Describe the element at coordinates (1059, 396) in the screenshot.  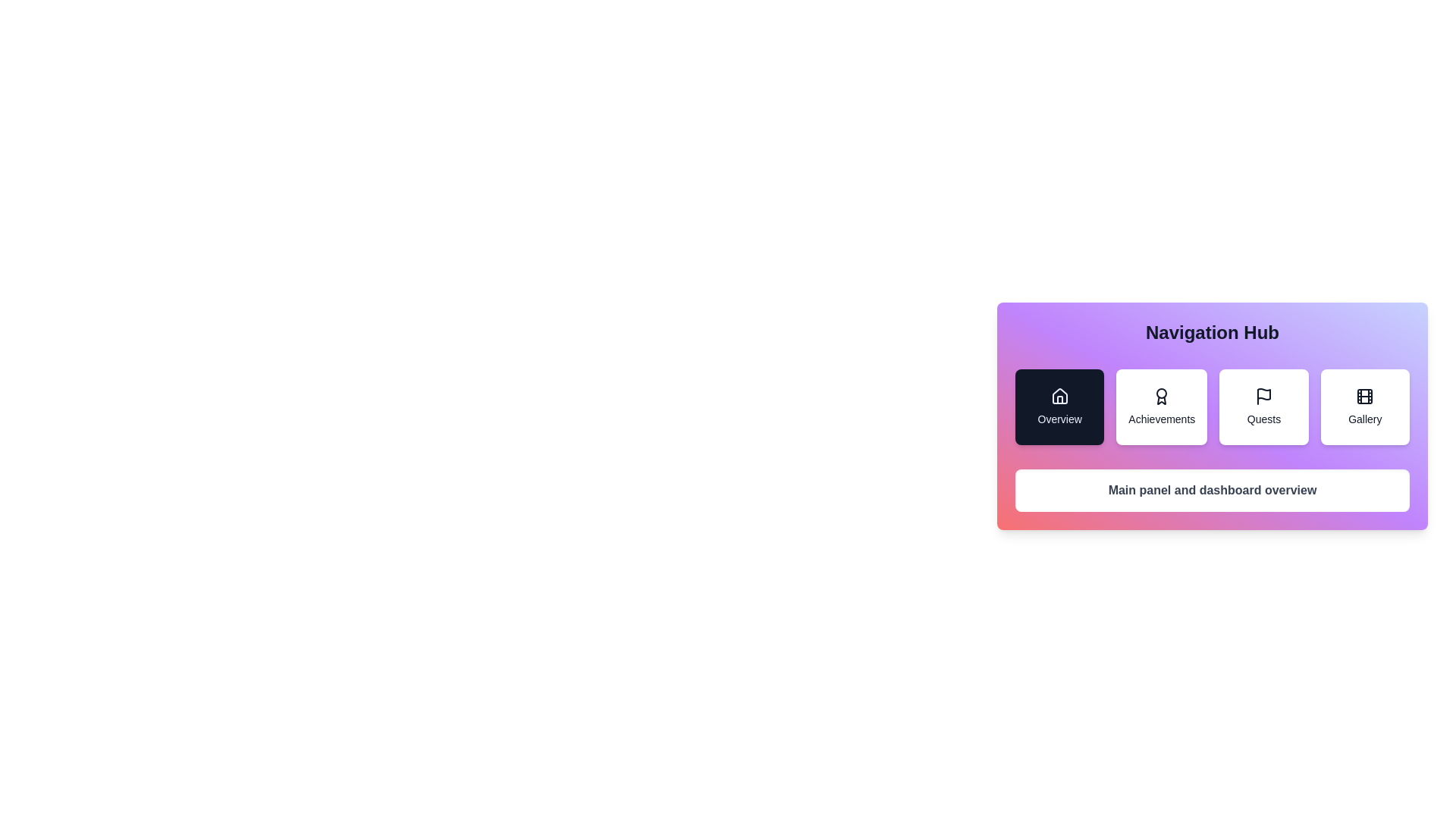
I see `the 'Overview' icon in the Navigation Hub` at that location.